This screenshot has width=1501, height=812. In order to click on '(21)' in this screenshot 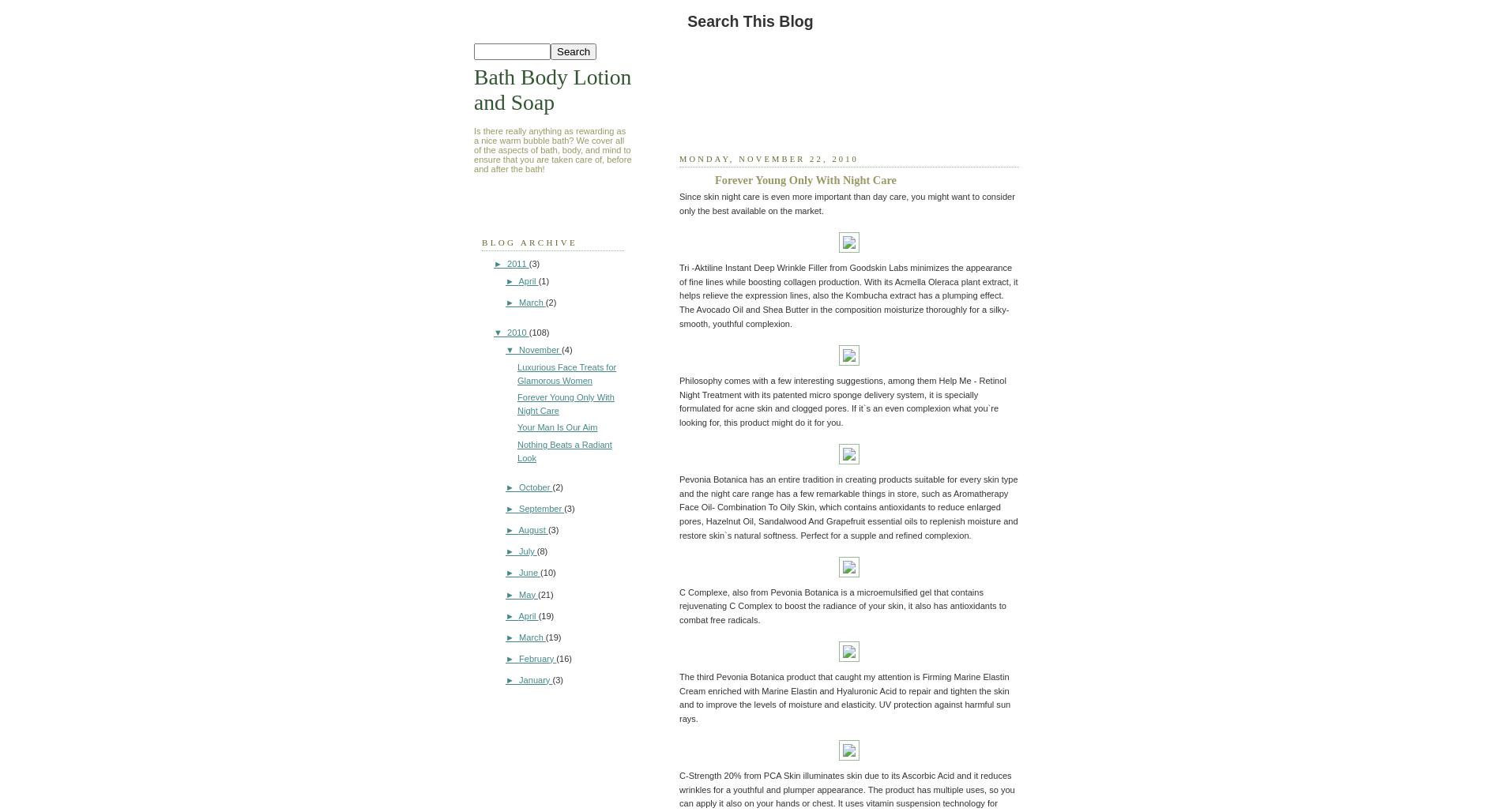, I will do `click(545, 592)`.